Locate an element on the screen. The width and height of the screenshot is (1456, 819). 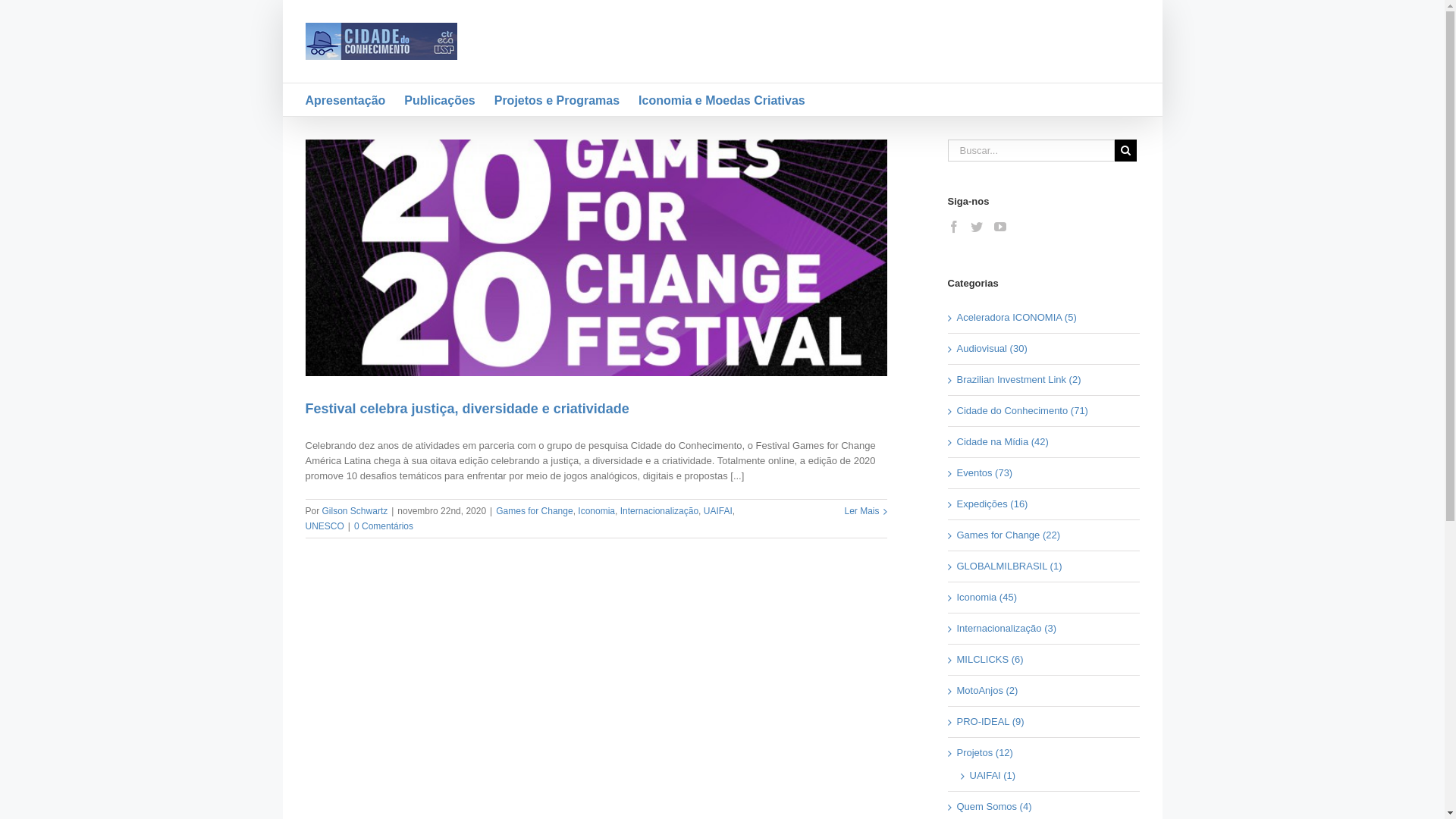
'Cidade do Conhecimento (71)' is located at coordinates (1043, 411).